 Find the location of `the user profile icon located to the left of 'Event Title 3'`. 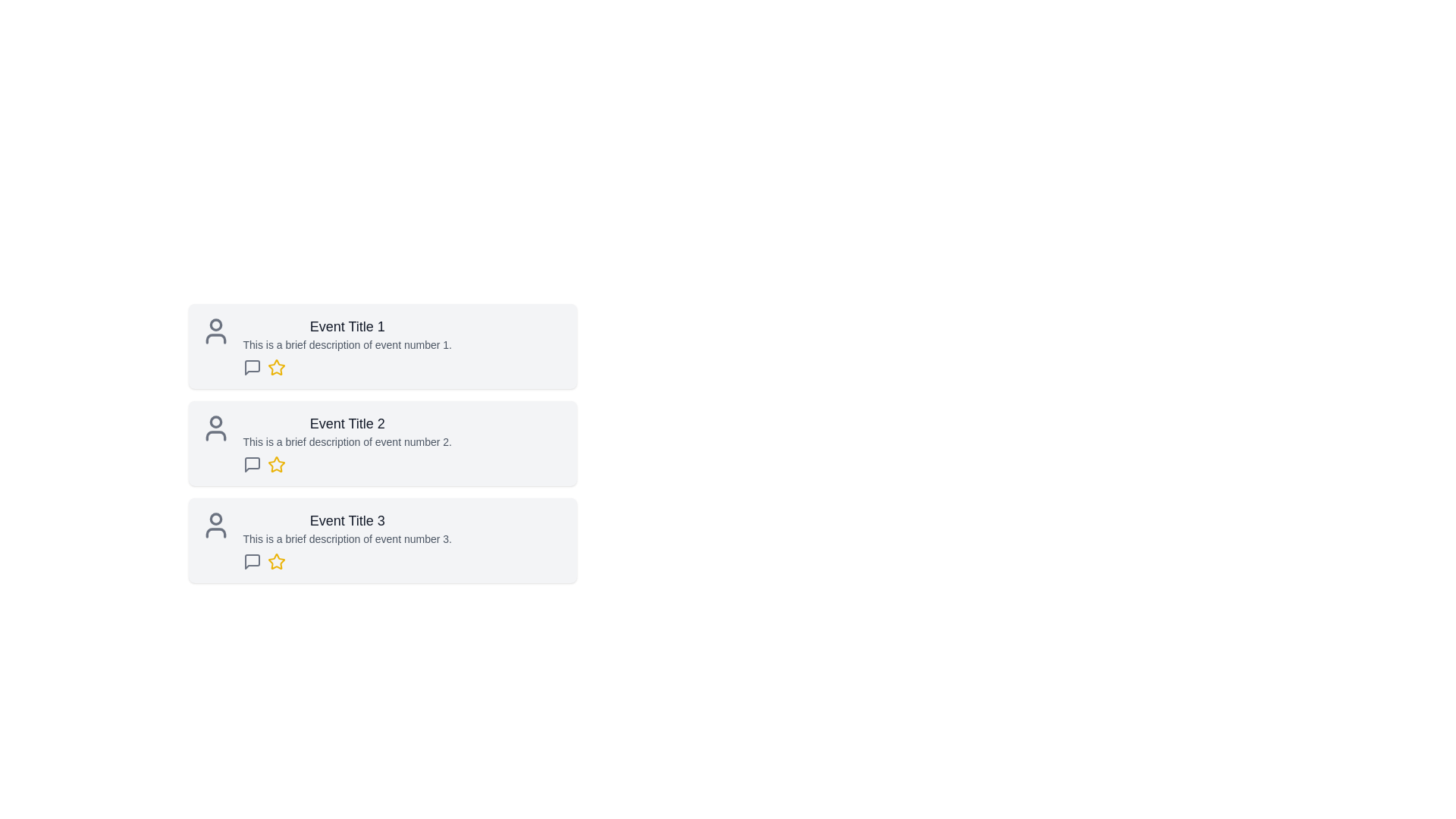

the user profile icon located to the left of 'Event Title 3' is located at coordinates (215, 525).